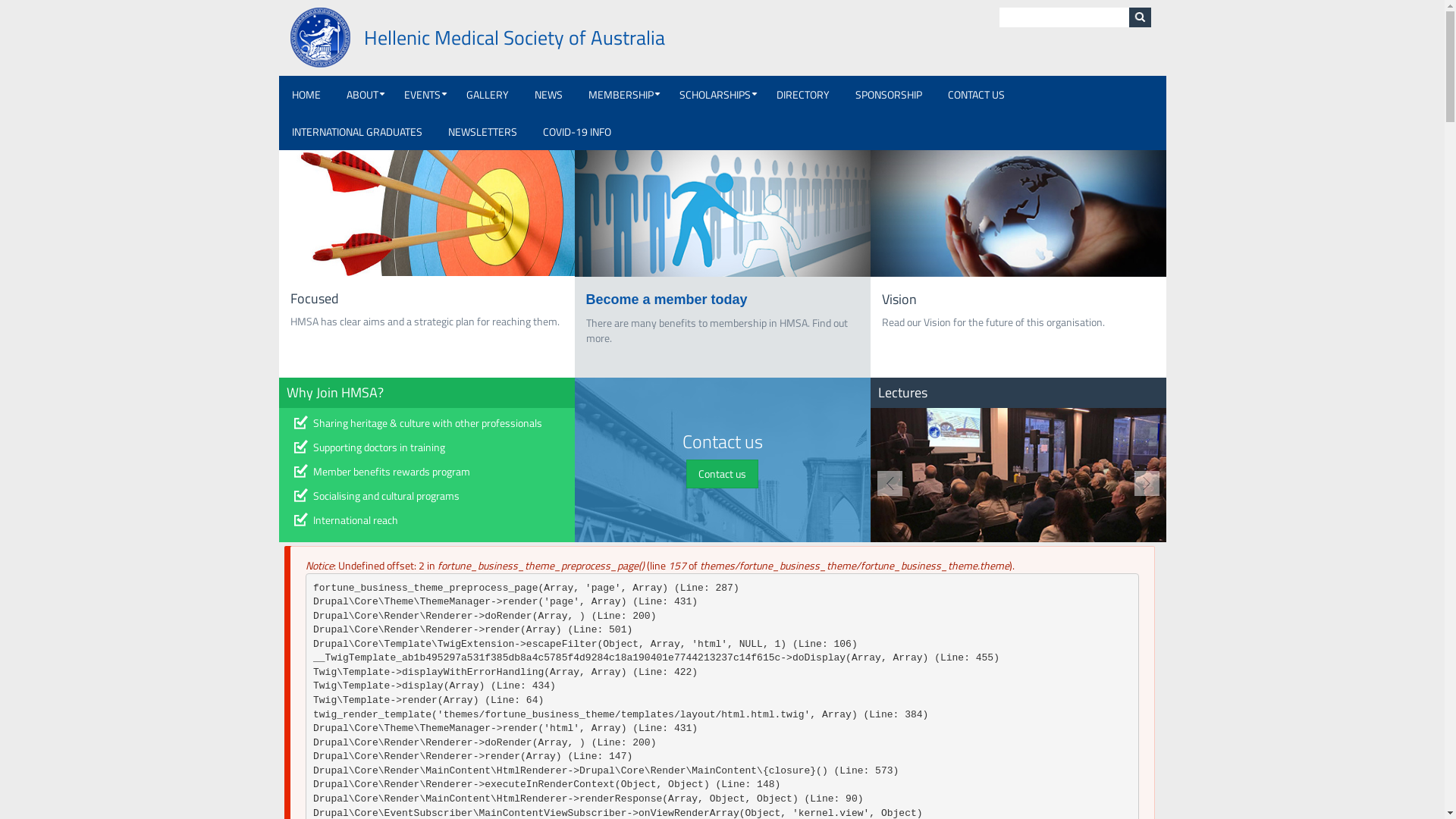  What do you see at coordinates (435, 130) in the screenshot?
I see `'NEWSLETTERS'` at bounding box center [435, 130].